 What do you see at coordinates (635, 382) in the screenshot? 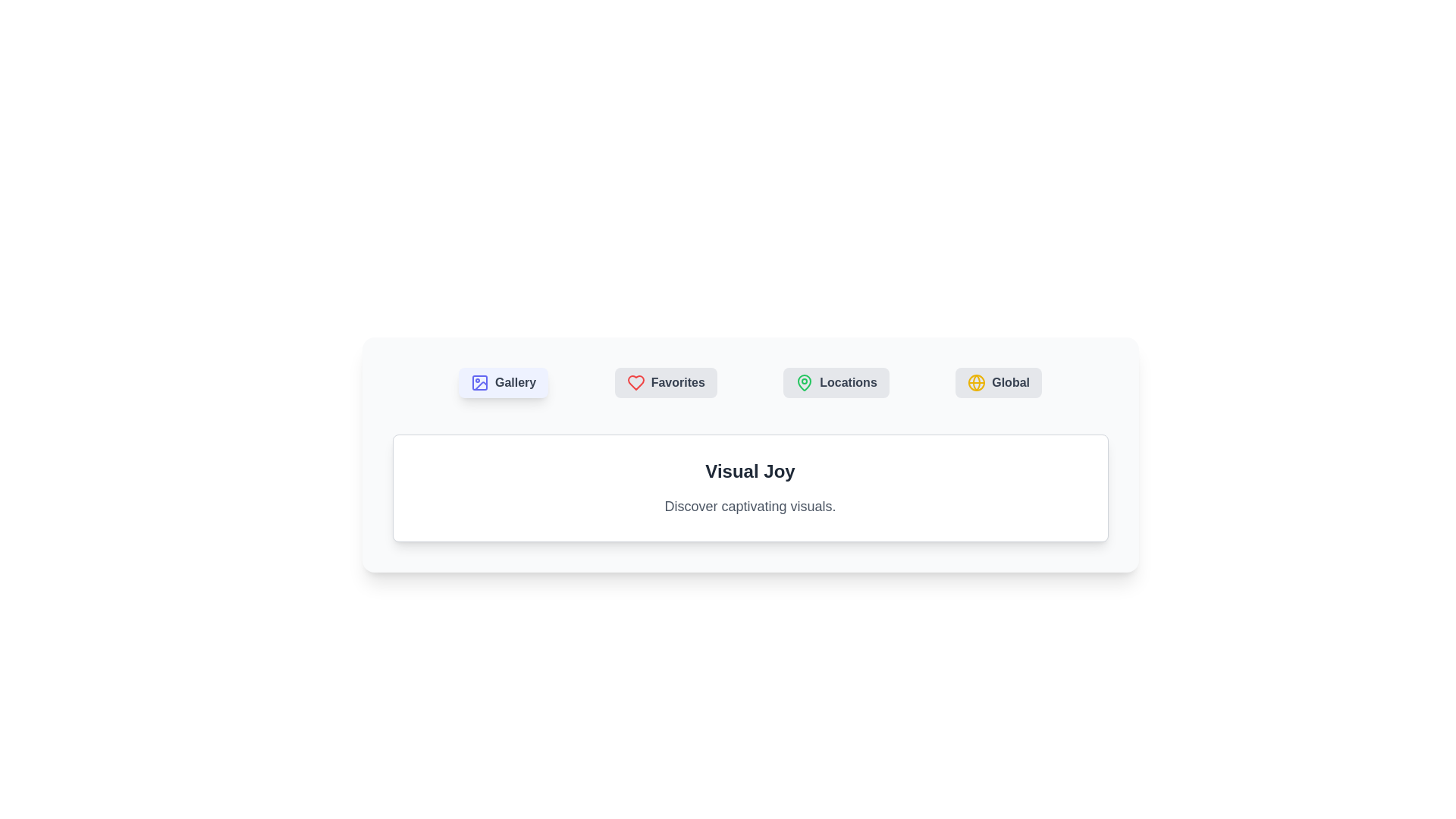
I see `the icon of the button labeled Favorites` at bounding box center [635, 382].